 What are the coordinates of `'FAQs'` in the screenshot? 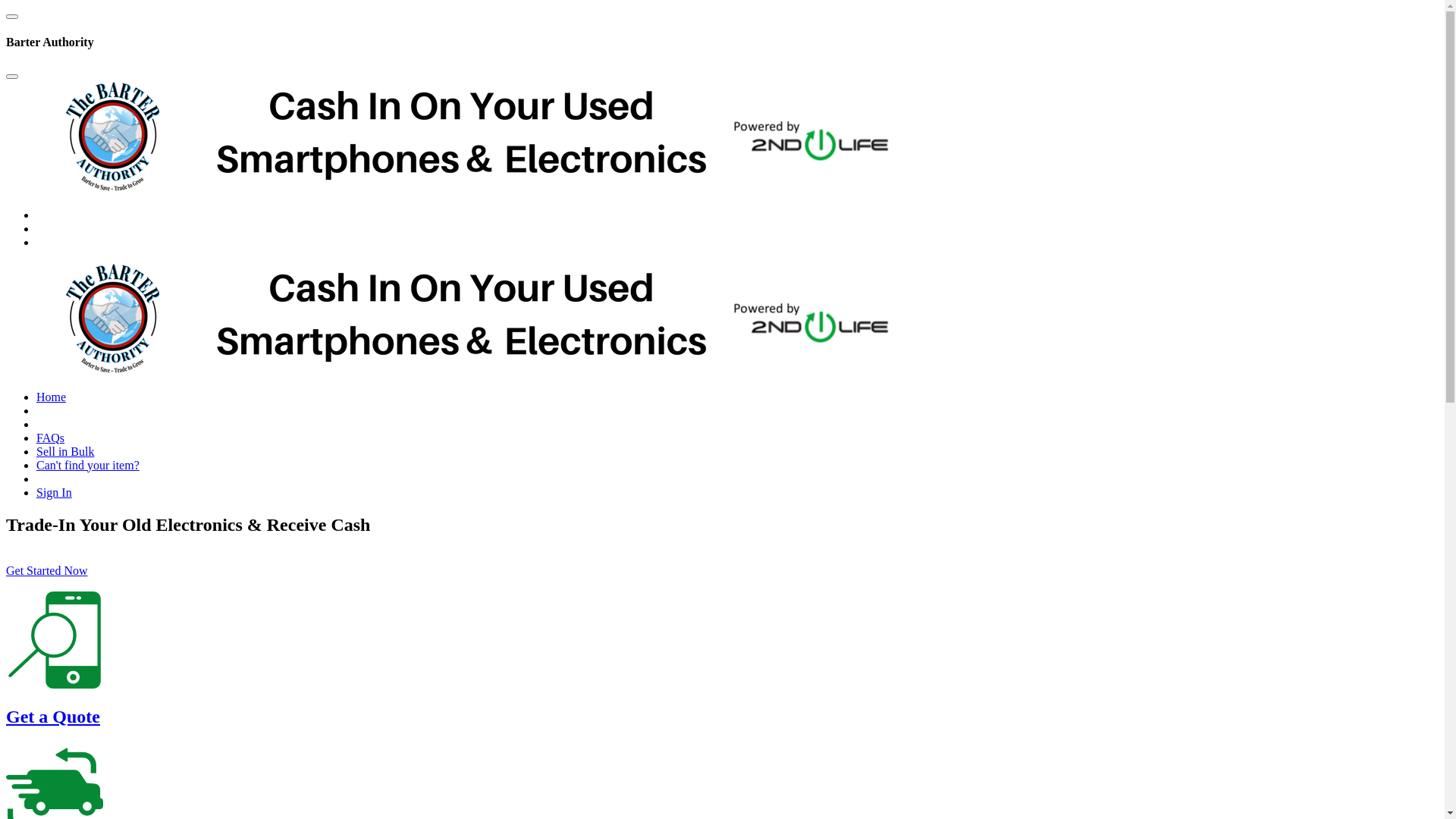 It's located at (50, 438).